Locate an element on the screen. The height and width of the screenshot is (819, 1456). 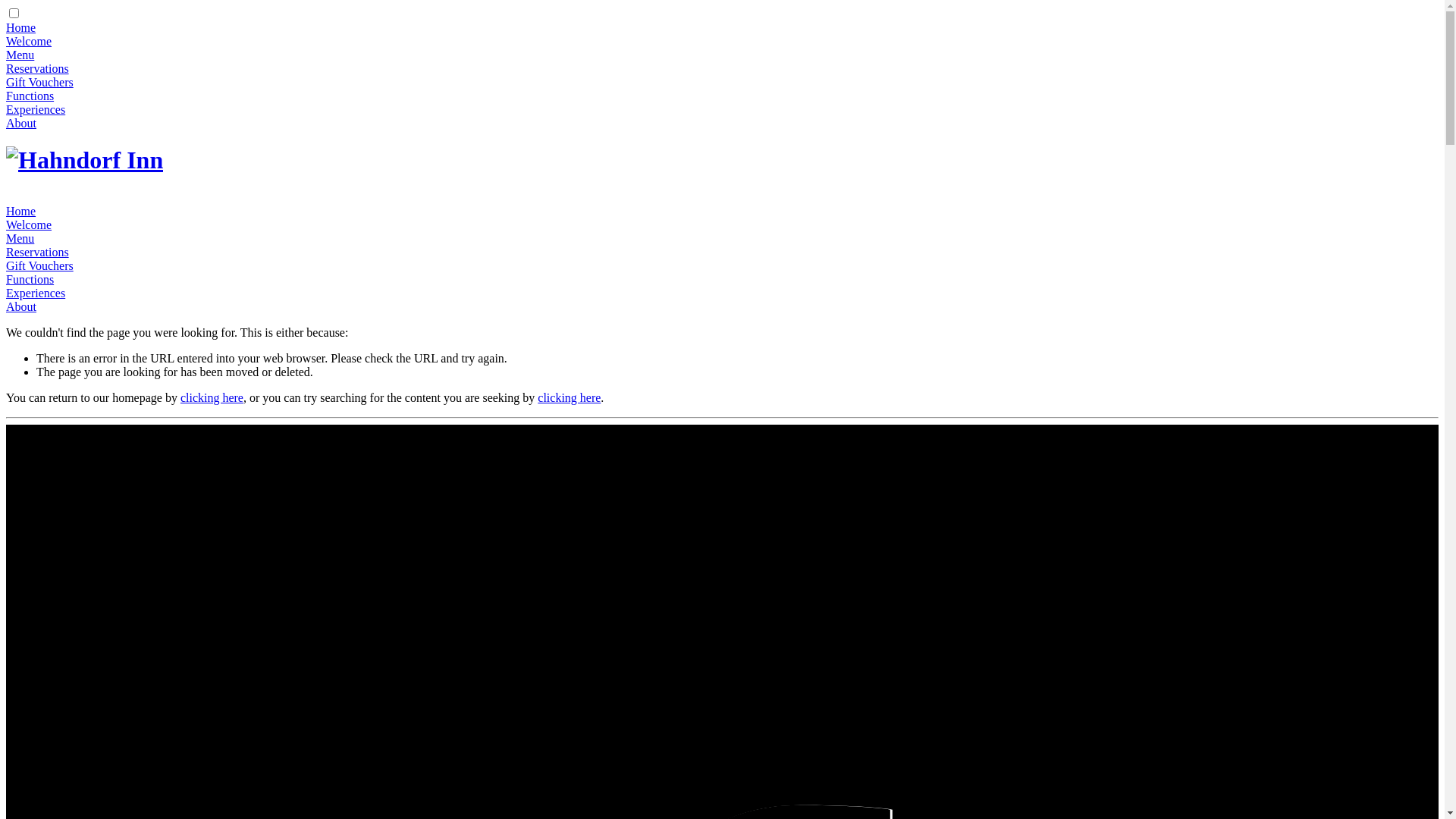
'Menu' is located at coordinates (20, 238).